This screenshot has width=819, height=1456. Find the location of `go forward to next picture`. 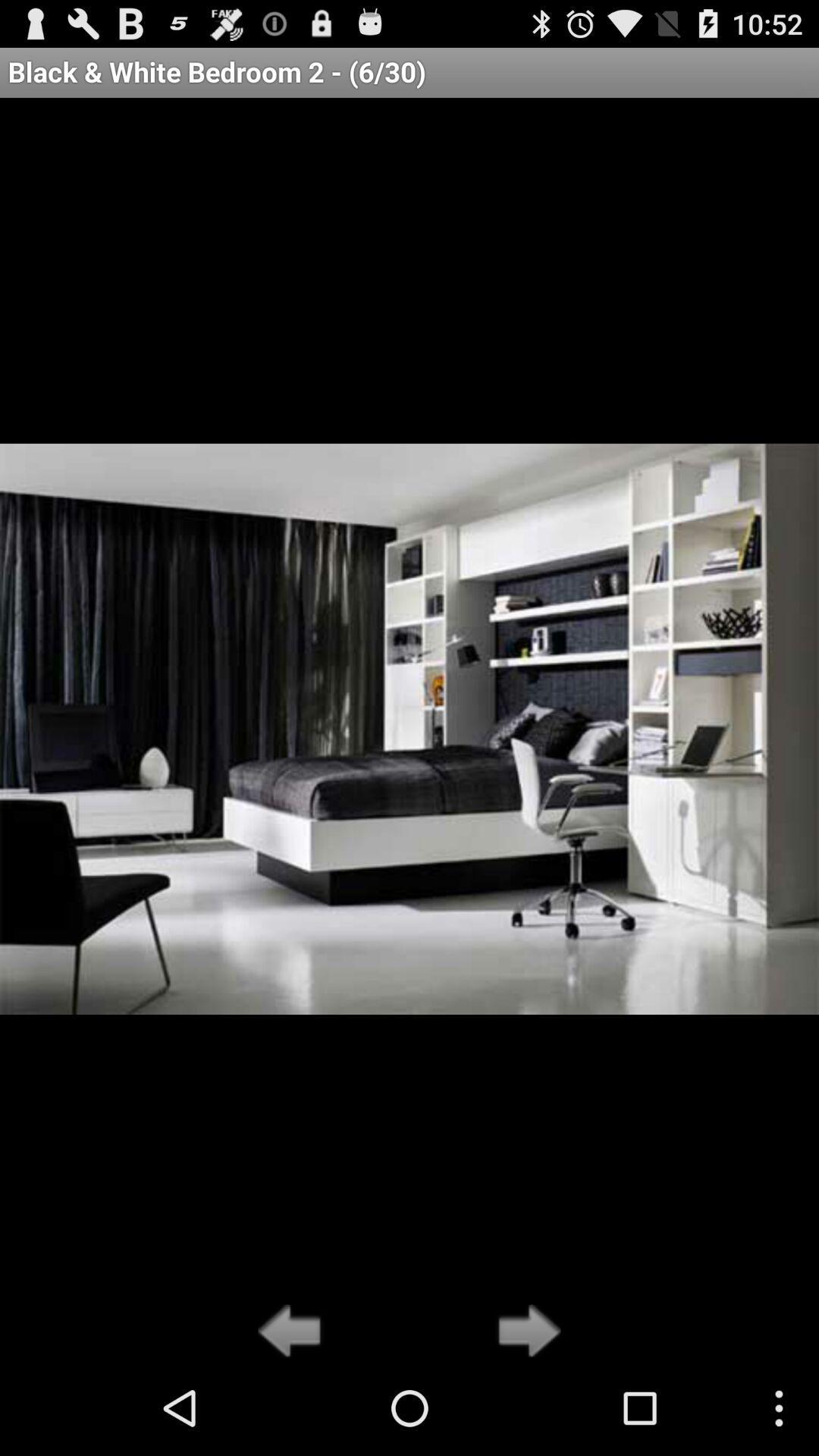

go forward to next picture is located at coordinates (524, 1332).